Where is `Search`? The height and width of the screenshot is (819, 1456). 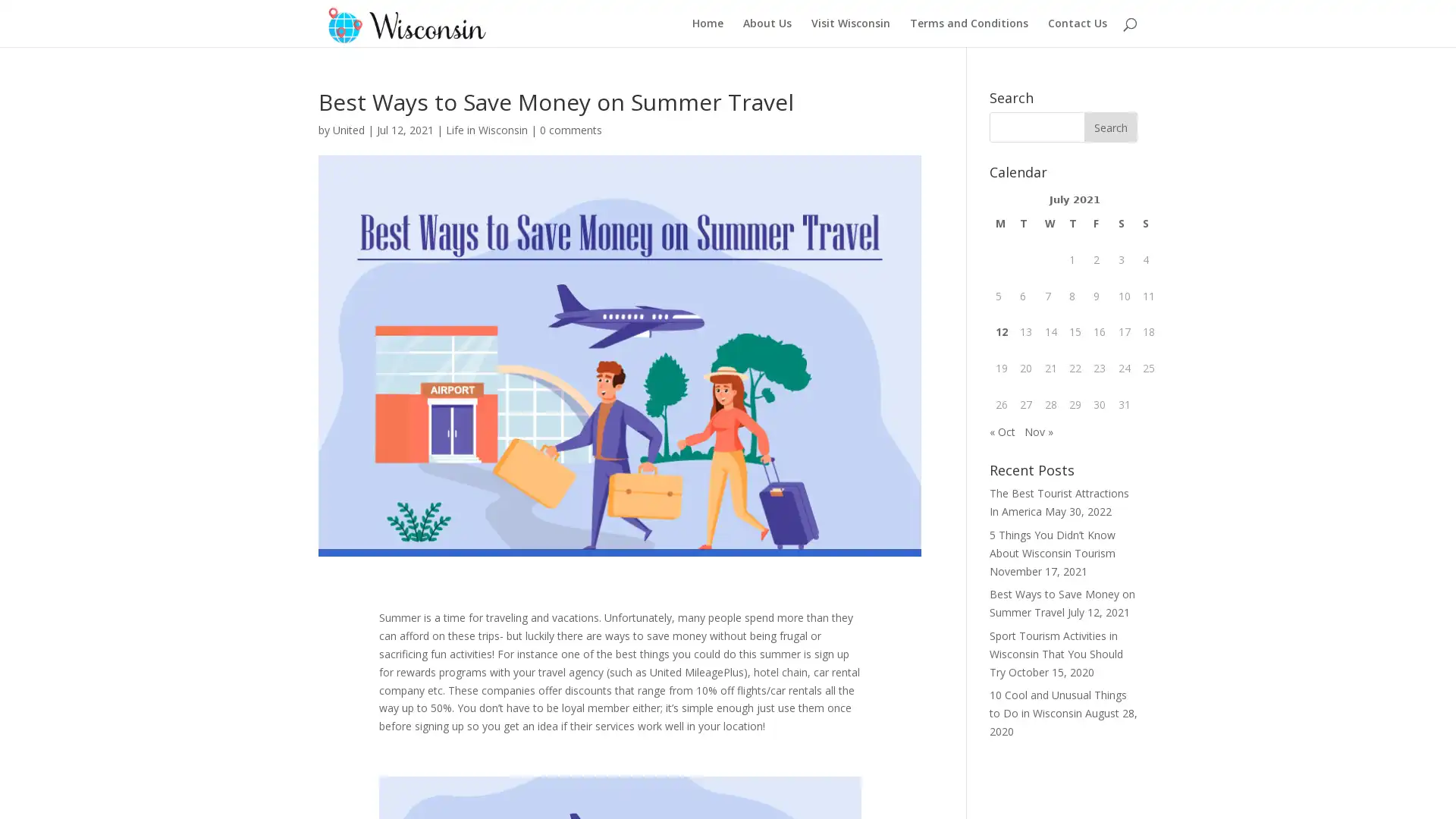 Search is located at coordinates (1110, 127).